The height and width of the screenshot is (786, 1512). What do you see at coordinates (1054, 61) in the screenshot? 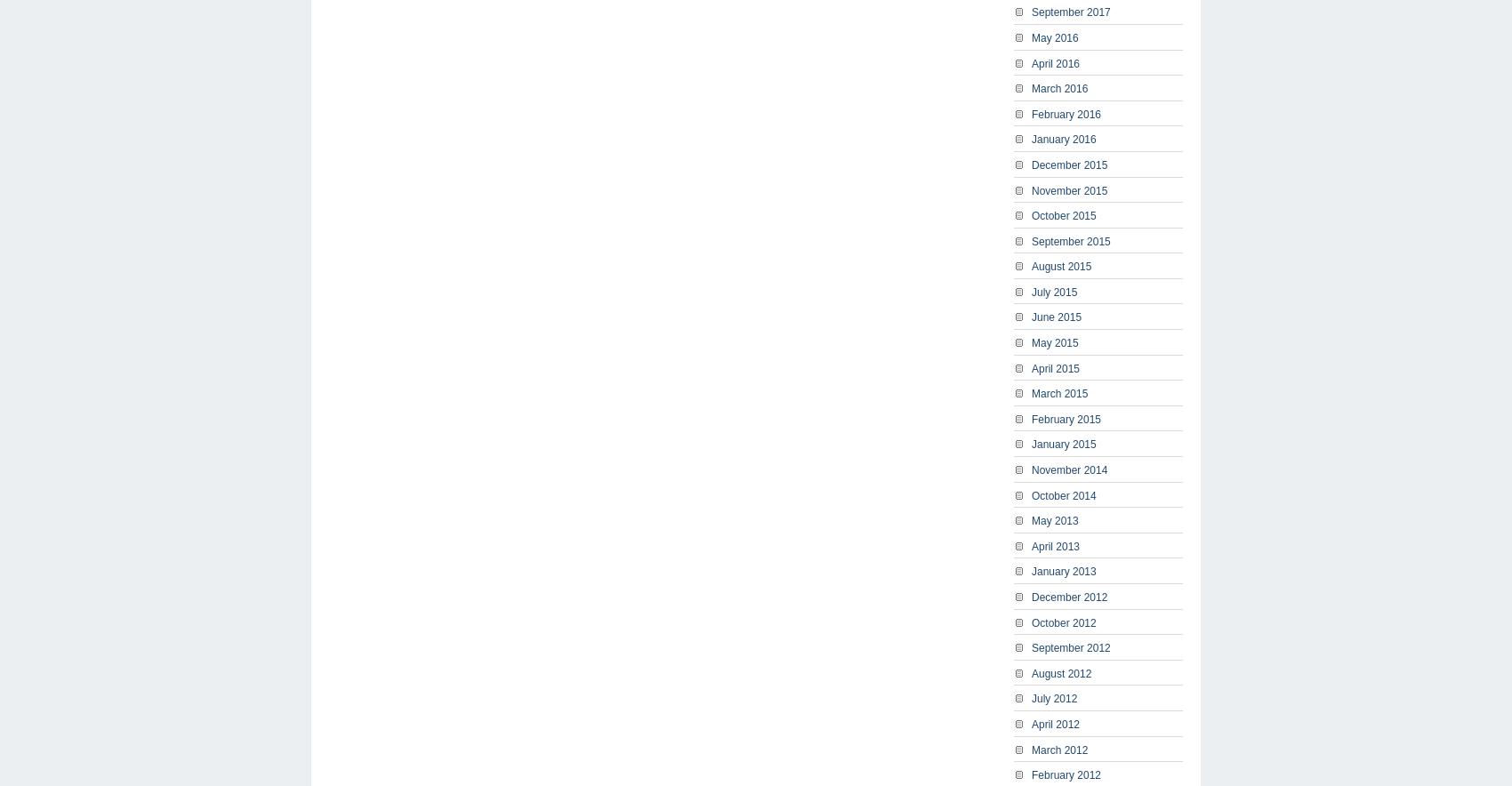
I see `'April 2016'` at bounding box center [1054, 61].